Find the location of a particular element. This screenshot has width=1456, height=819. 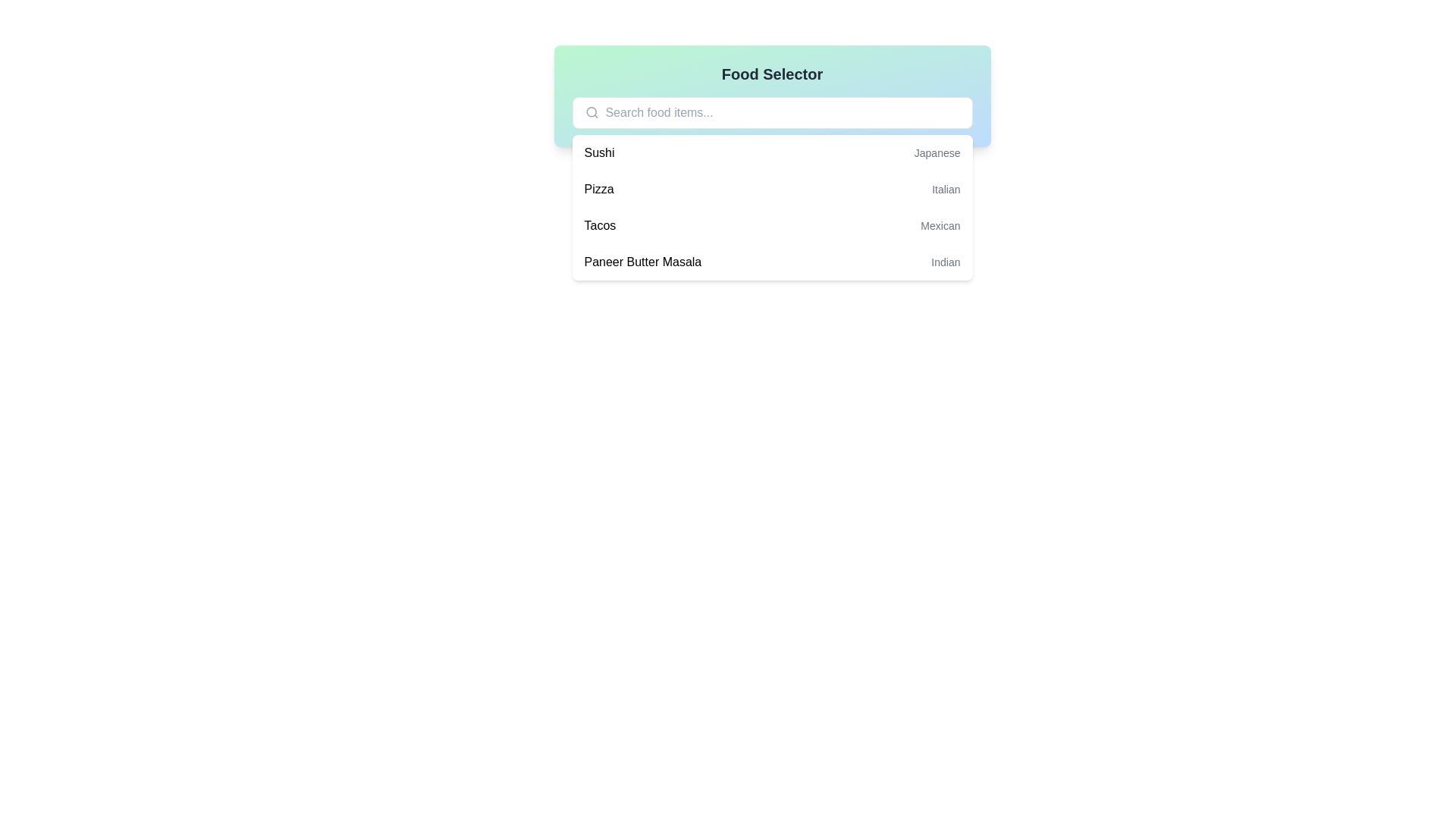

the search icon located to the left of the text input field in the search bar to understand its functionality is located at coordinates (591, 112).